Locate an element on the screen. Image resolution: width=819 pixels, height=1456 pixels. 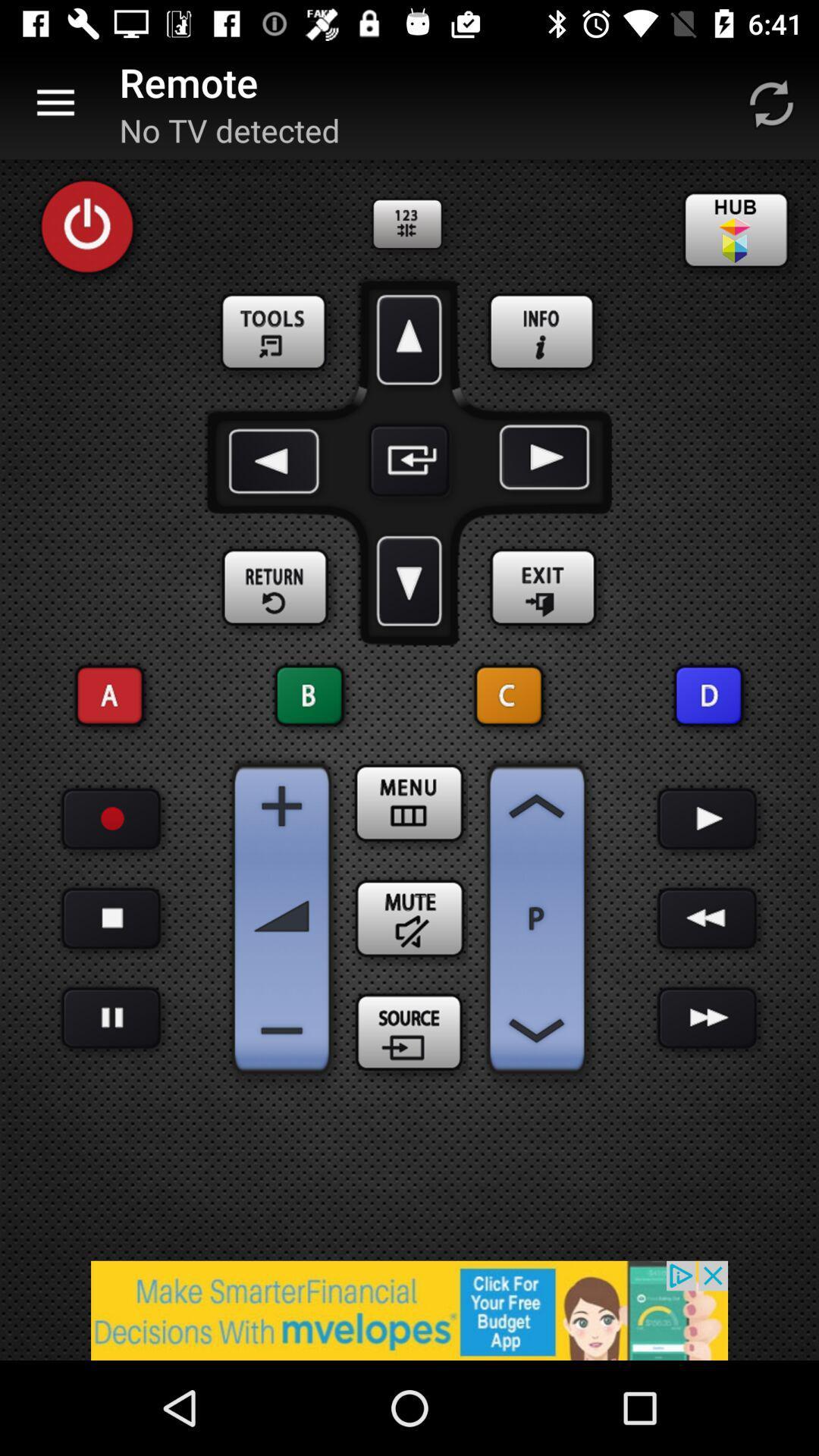
the skip_previous icon is located at coordinates (509, 695).